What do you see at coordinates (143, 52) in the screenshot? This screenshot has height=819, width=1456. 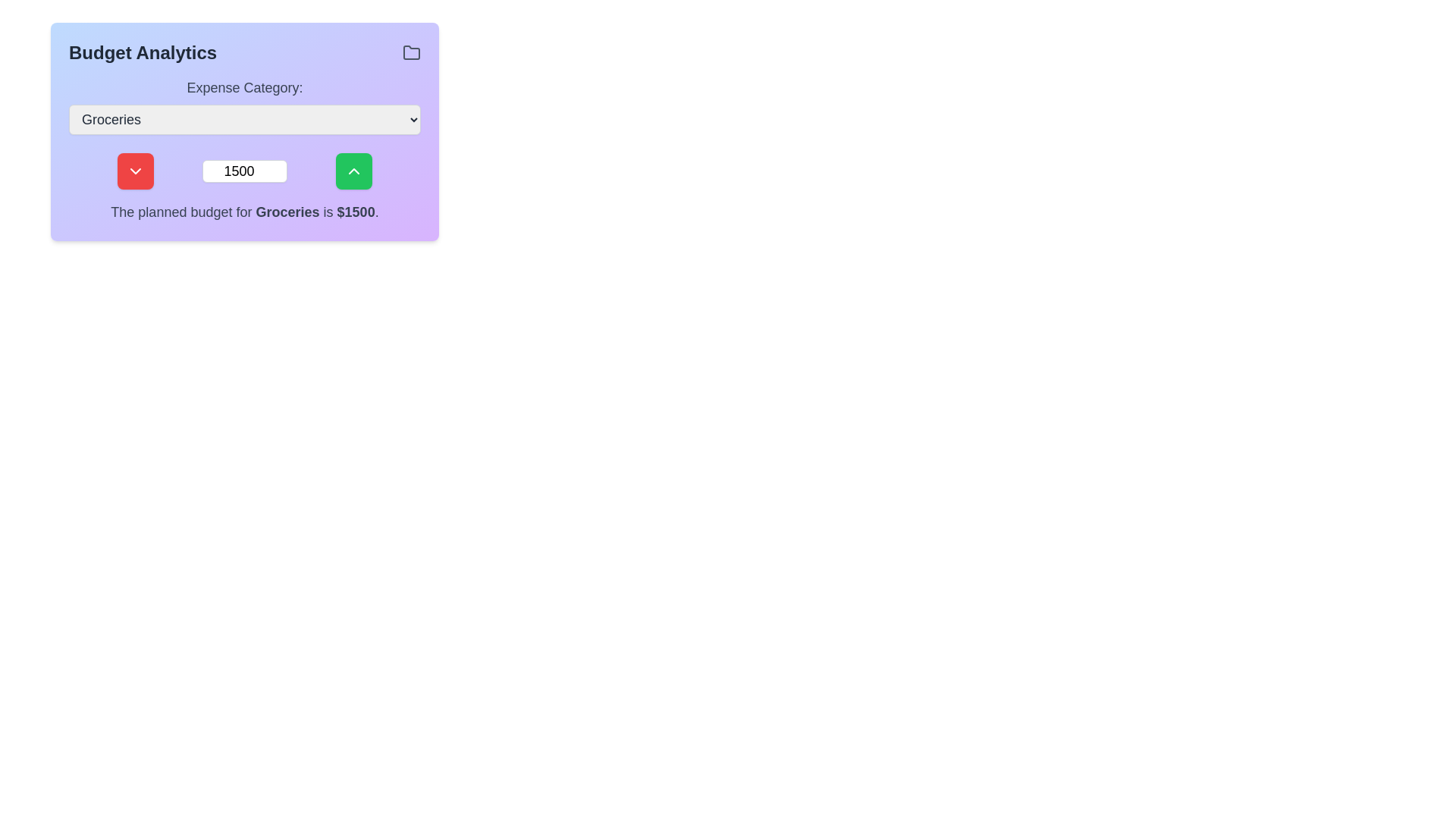 I see `text from the bold 'Budget Analytics' label located at the top-left of the purple card-like structure` at bounding box center [143, 52].